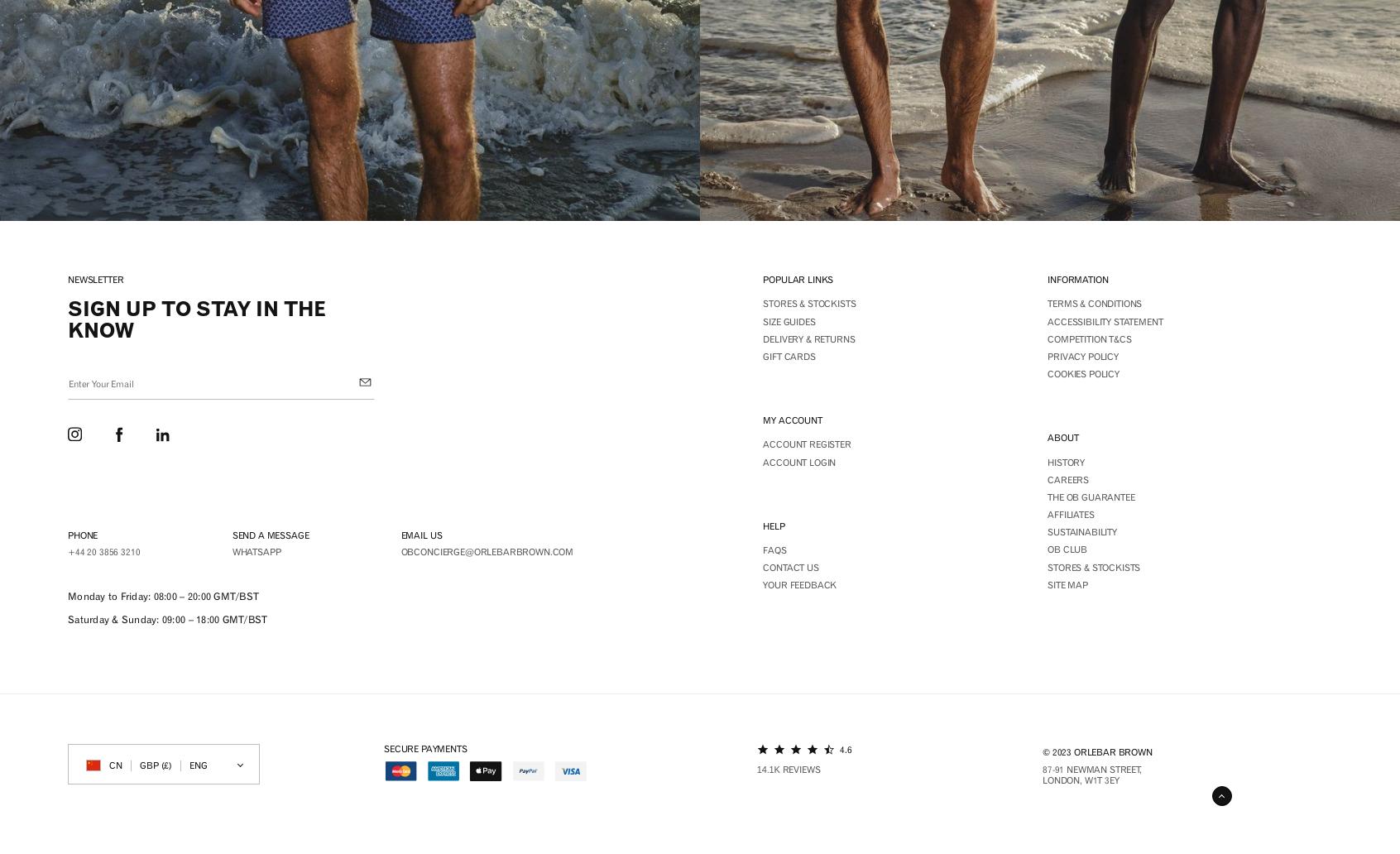  What do you see at coordinates (854, 760) in the screenshot?
I see `'4.6 star rating'` at bounding box center [854, 760].